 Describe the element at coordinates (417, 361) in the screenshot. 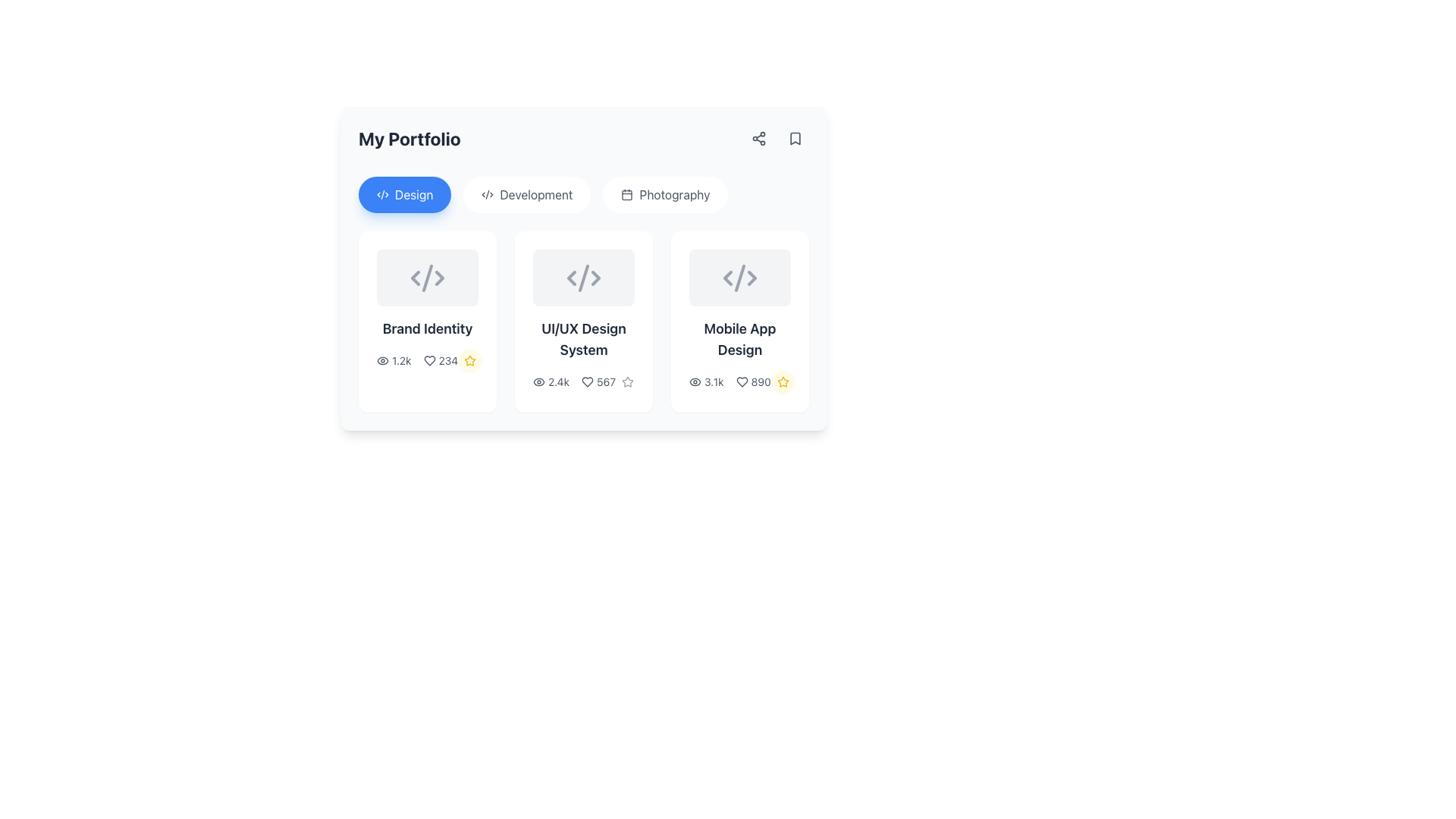

I see `the statistical information element displaying views and likes for the 'Brand Identity' card in the 'My Portfolio' section under the 'Design' tab` at that location.